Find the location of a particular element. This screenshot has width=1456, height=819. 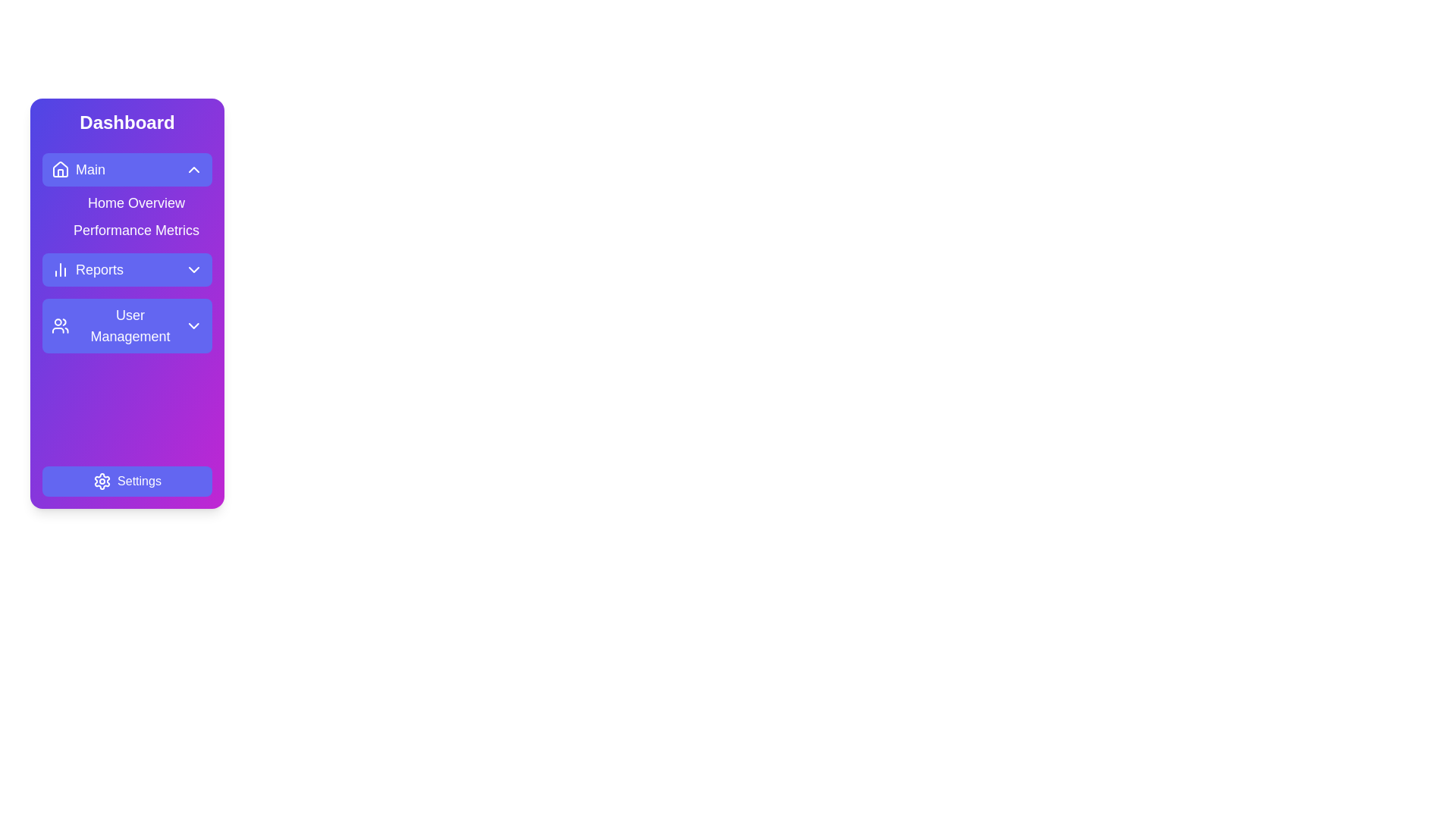

the column chart icon located to the left of the 'Reports' label in the second row of the navigation menu on the sidebar is located at coordinates (61, 268).